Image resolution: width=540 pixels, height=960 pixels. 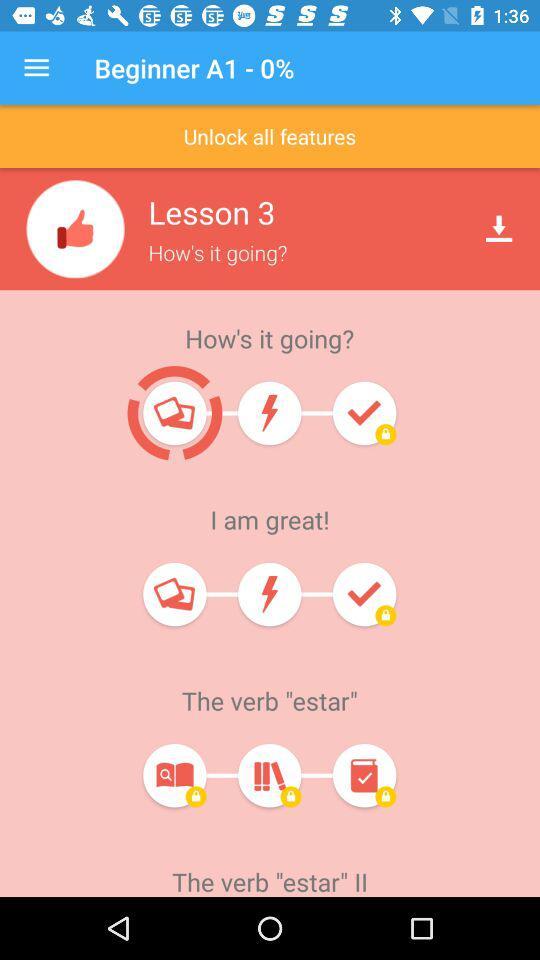 I want to click on the app next to beginner a1 - 0% app, so click(x=36, y=68).